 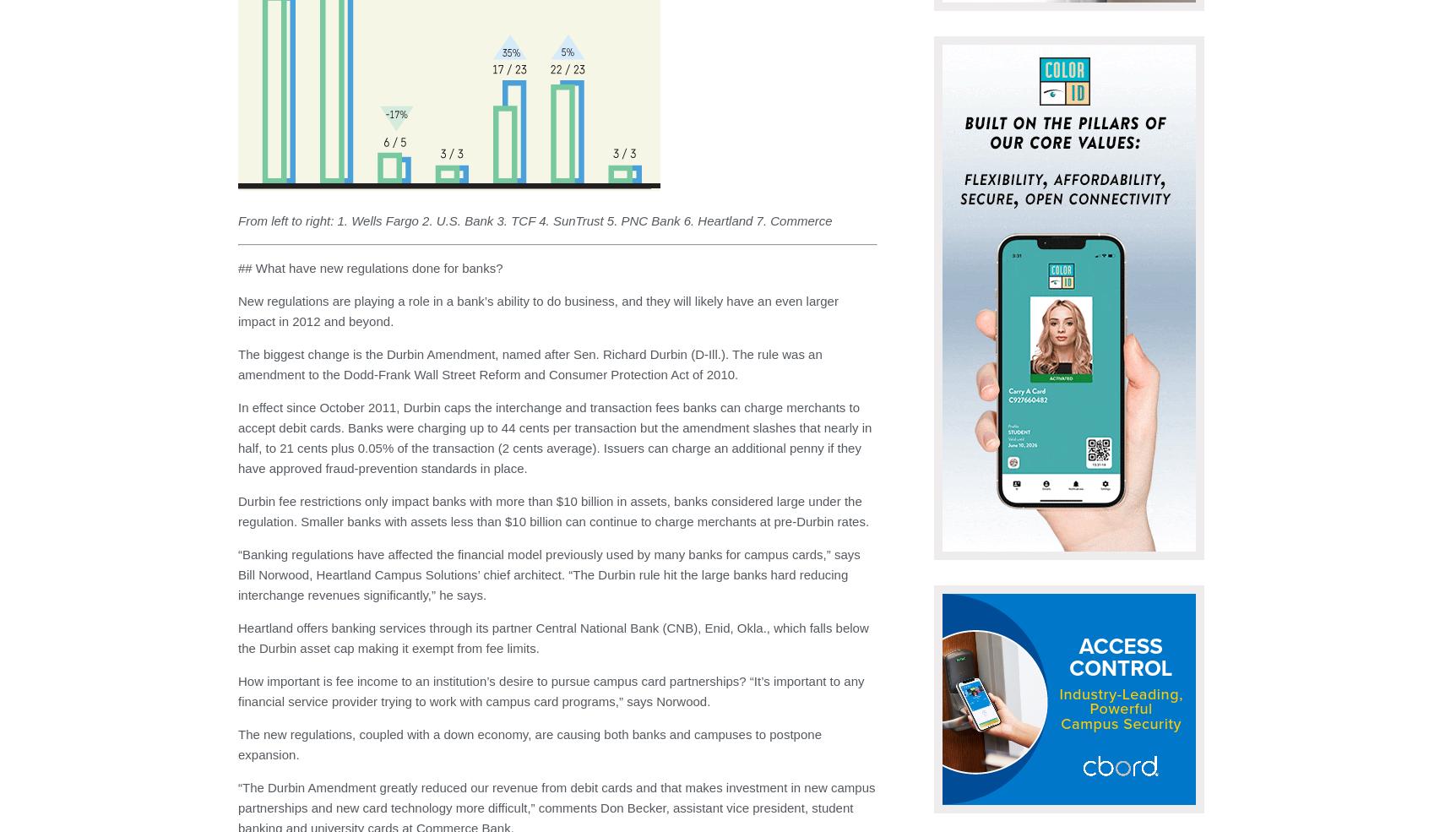 I want to click on 'From left to right: 1. Wells Fargo 2. U.S. Bank 3. TCF 4. SunTrust 5. PNC Bank 6. Heartland 7. Commerce', so click(x=535, y=220).